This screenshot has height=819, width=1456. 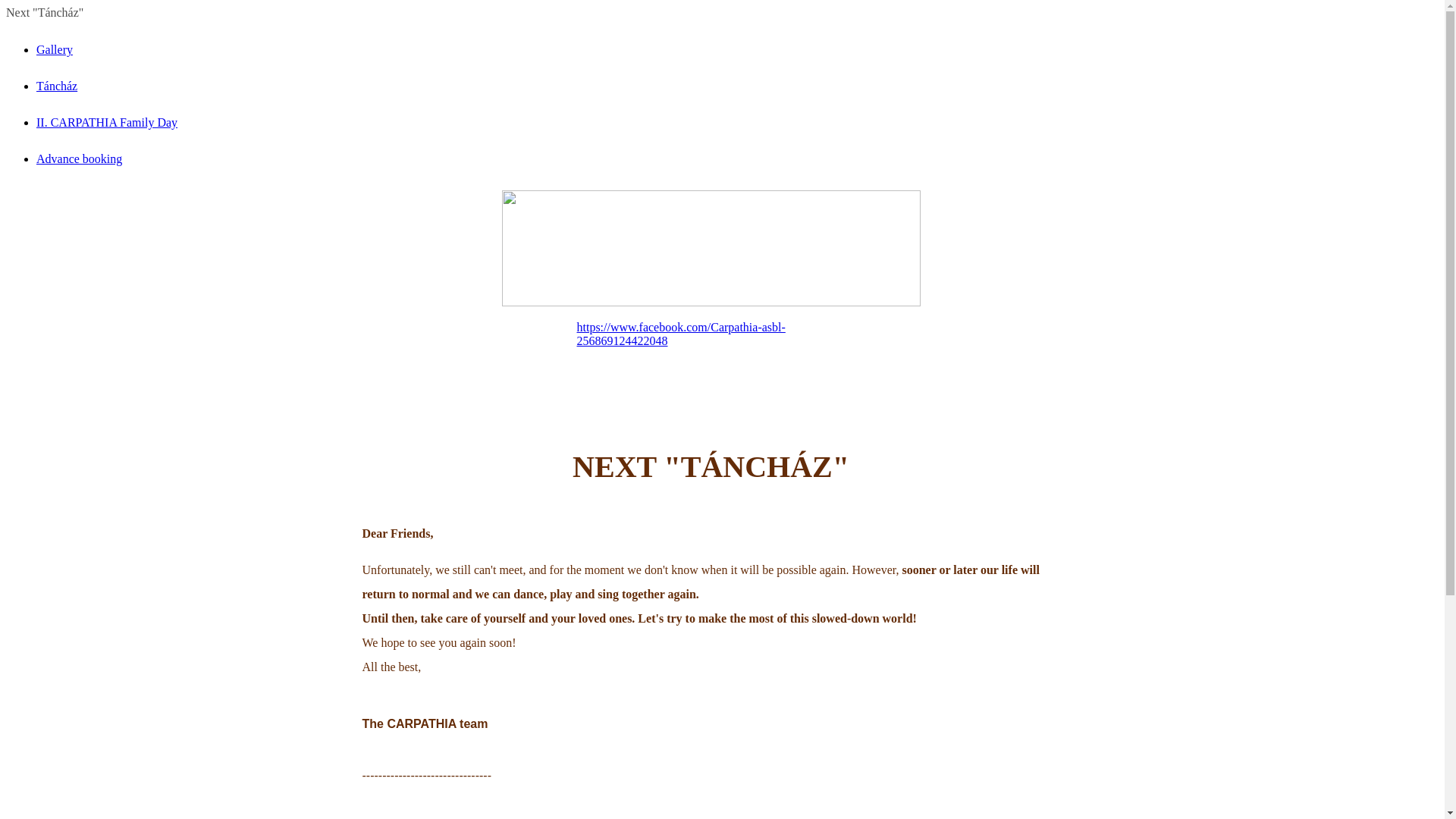 What do you see at coordinates (78, 158) in the screenshot?
I see `'Advance booking'` at bounding box center [78, 158].